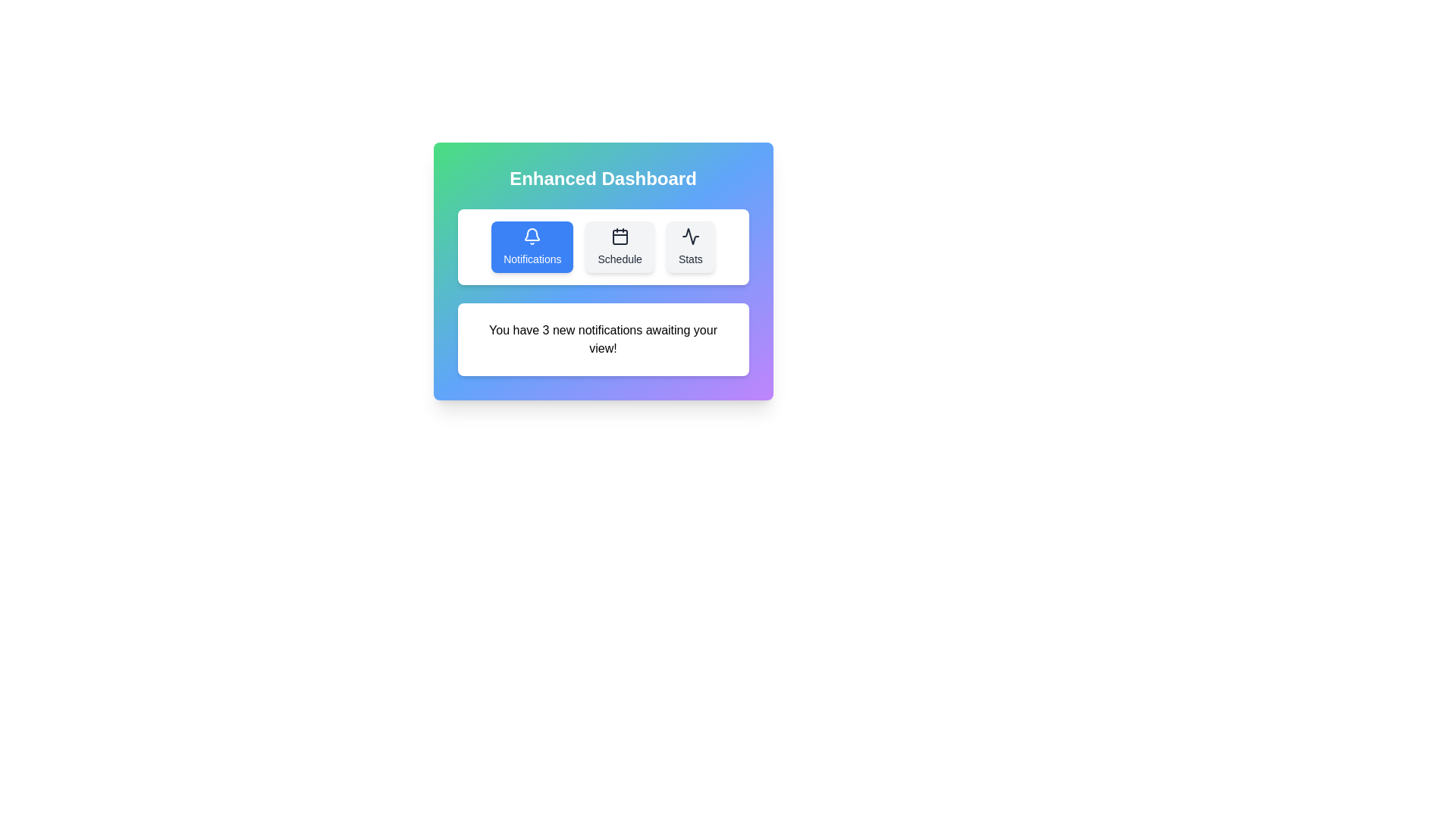 This screenshot has width=1456, height=819. What do you see at coordinates (689, 237) in the screenshot?
I see `waveform SVG icon within the 'Stats' icon under the 'Enhanced Dashboard' header for individual styling properties` at bounding box center [689, 237].